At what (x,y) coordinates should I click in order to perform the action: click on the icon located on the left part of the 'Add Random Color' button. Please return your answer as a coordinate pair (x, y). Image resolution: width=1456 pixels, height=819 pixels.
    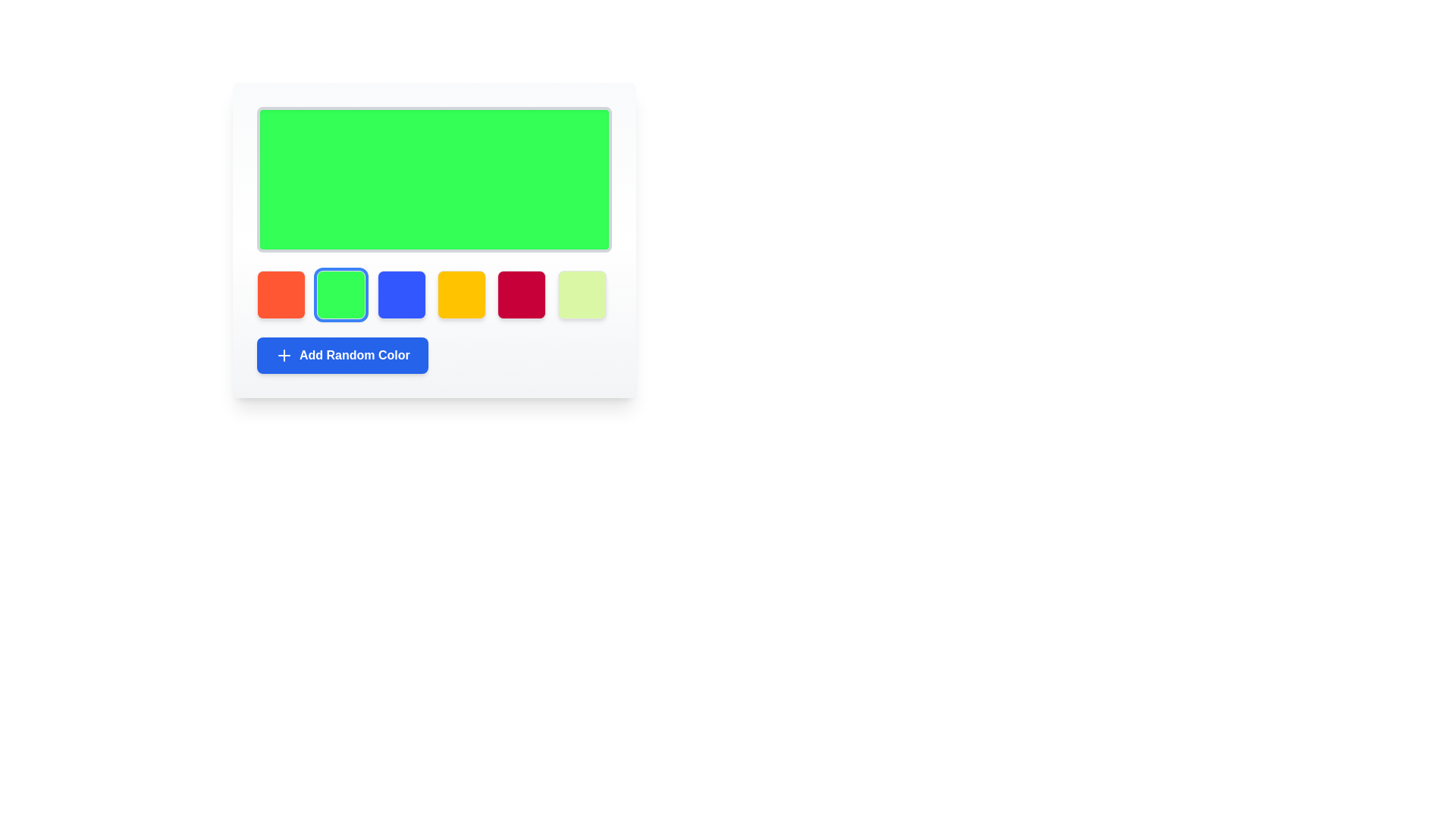
    Looking at the image, I should click on (284, 356).